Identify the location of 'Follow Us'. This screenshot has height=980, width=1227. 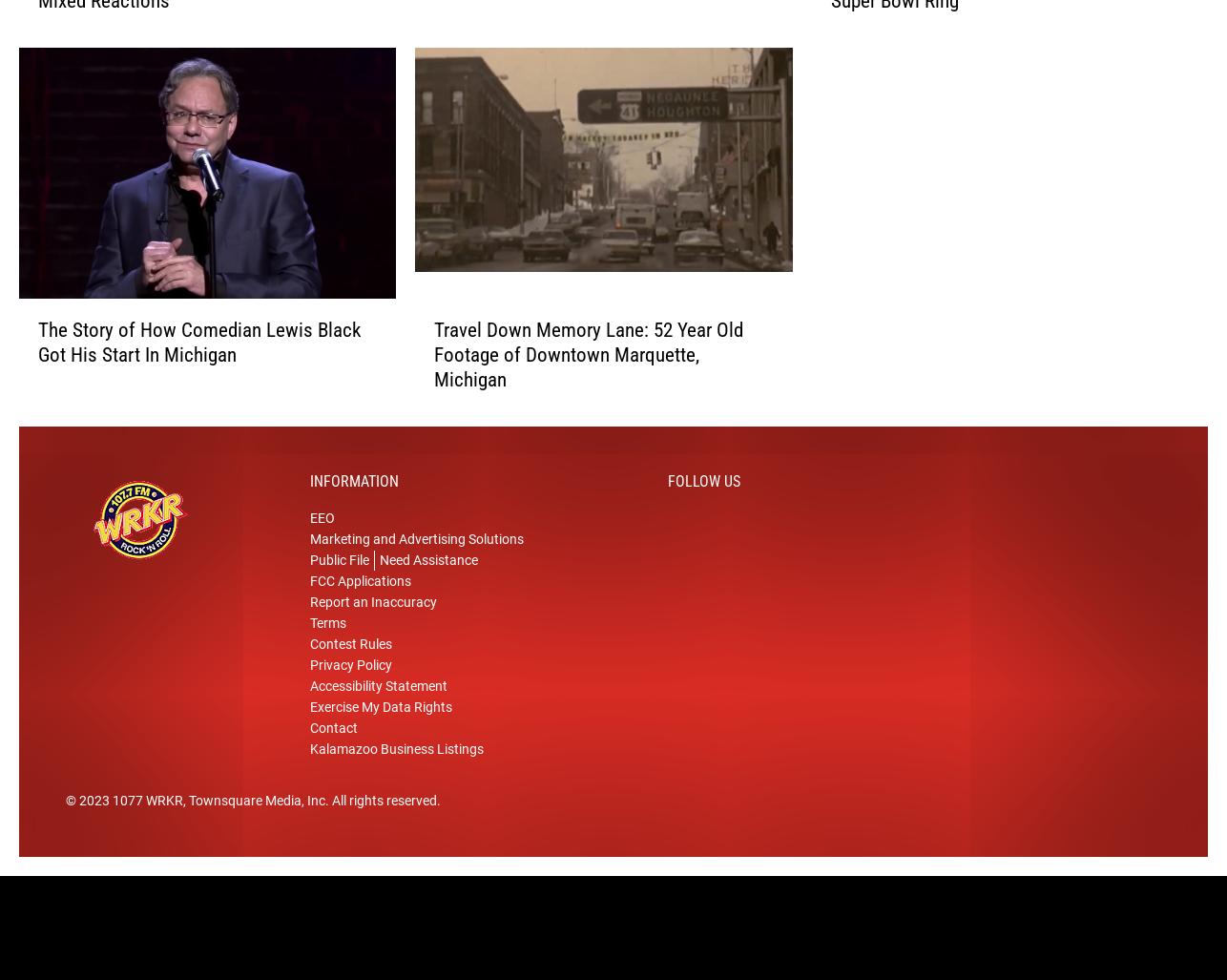
(704, 501).